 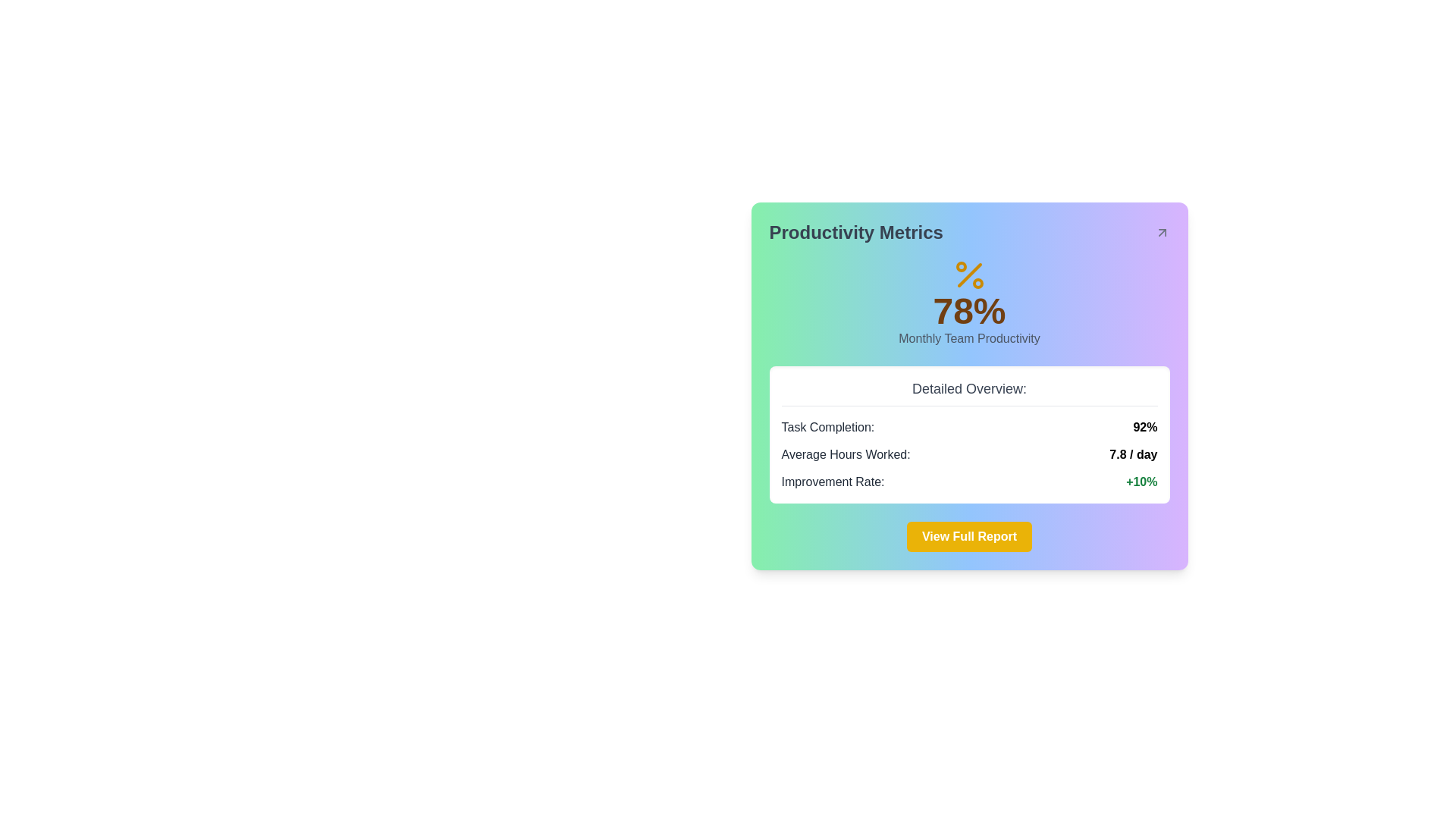 I want to click on the decorative icon located in the 'Productivity Metrics' box, positioned above the '78%' text, so click(x=968, y=275).